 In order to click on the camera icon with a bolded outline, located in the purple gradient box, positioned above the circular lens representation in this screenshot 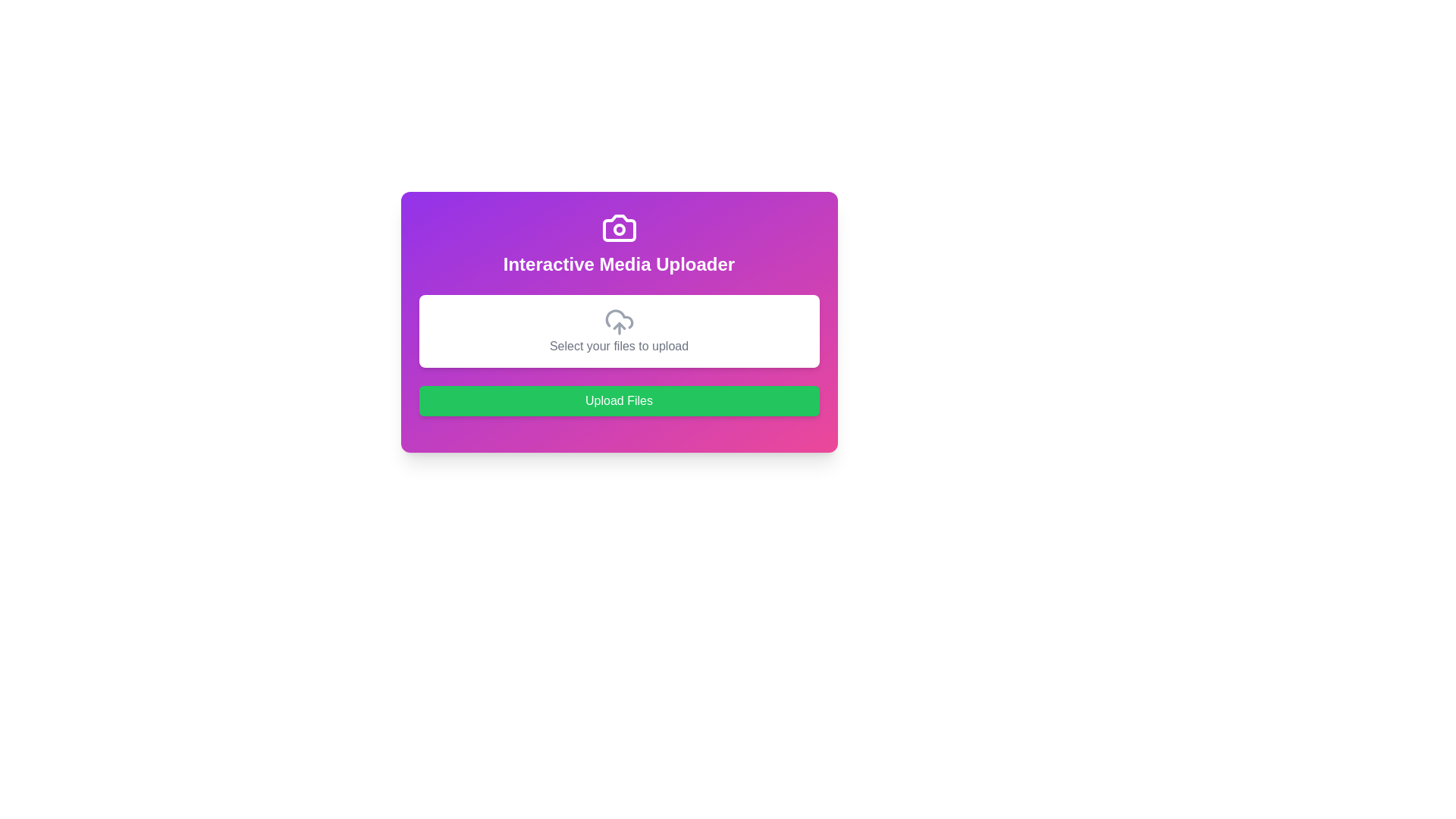, I will do `click(619, 227)`.